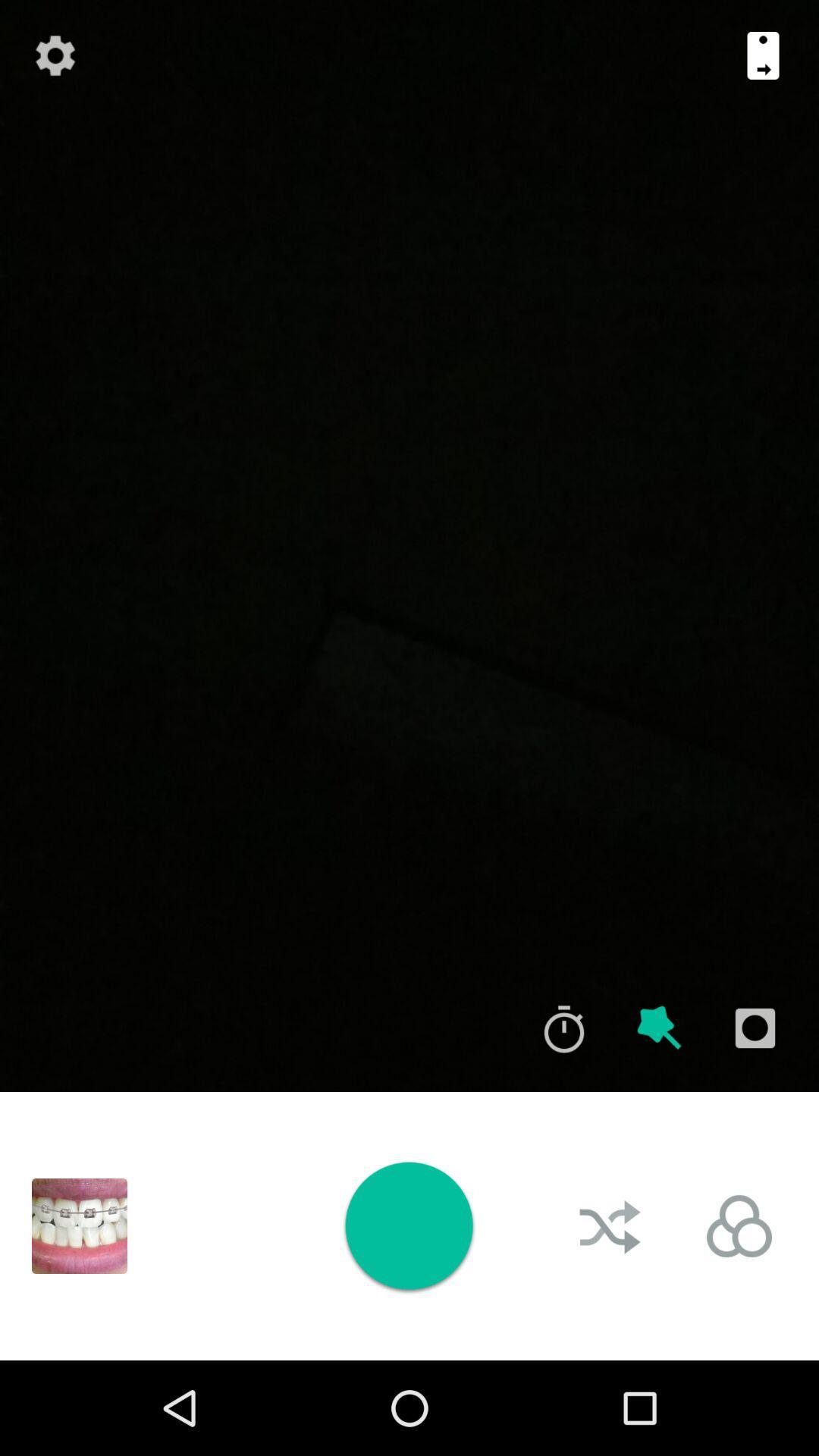 Image resolution: width=819 pixels, height=1456 pixels. I want to click on icon at the bottom, so click(408, 1225).